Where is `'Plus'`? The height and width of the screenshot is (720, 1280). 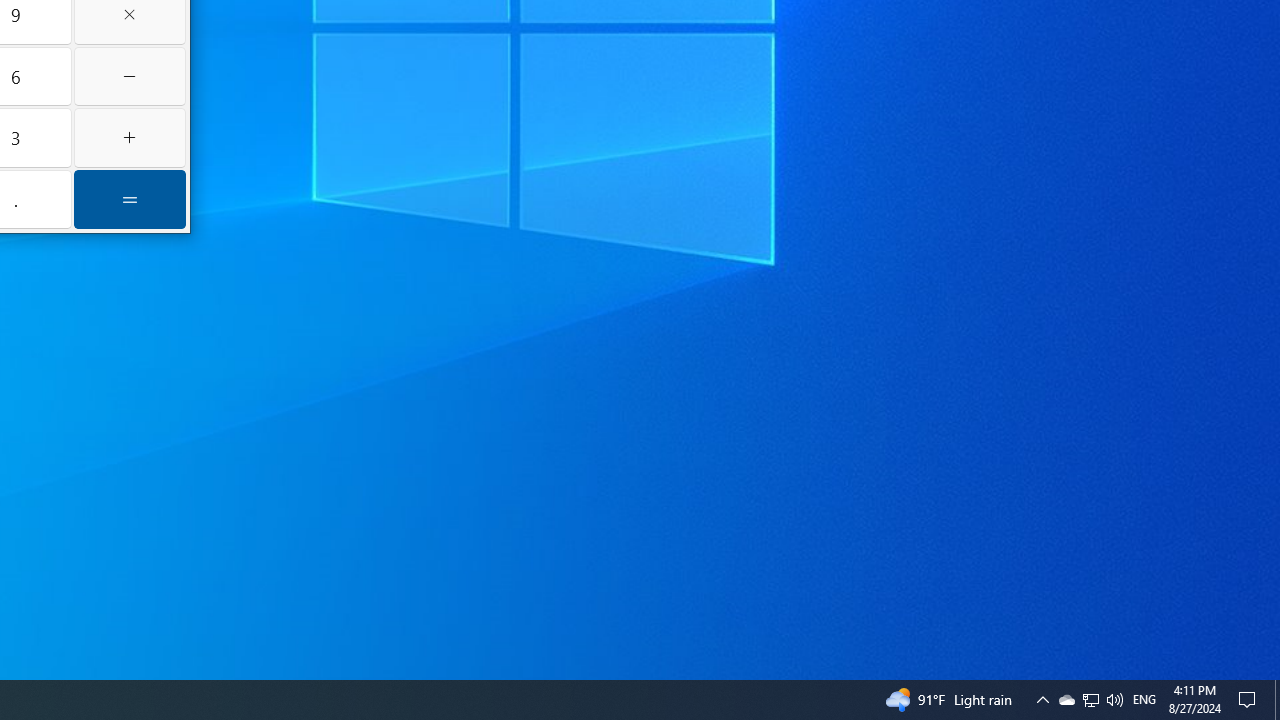
'Plus' is located at coordinates (128, 136).